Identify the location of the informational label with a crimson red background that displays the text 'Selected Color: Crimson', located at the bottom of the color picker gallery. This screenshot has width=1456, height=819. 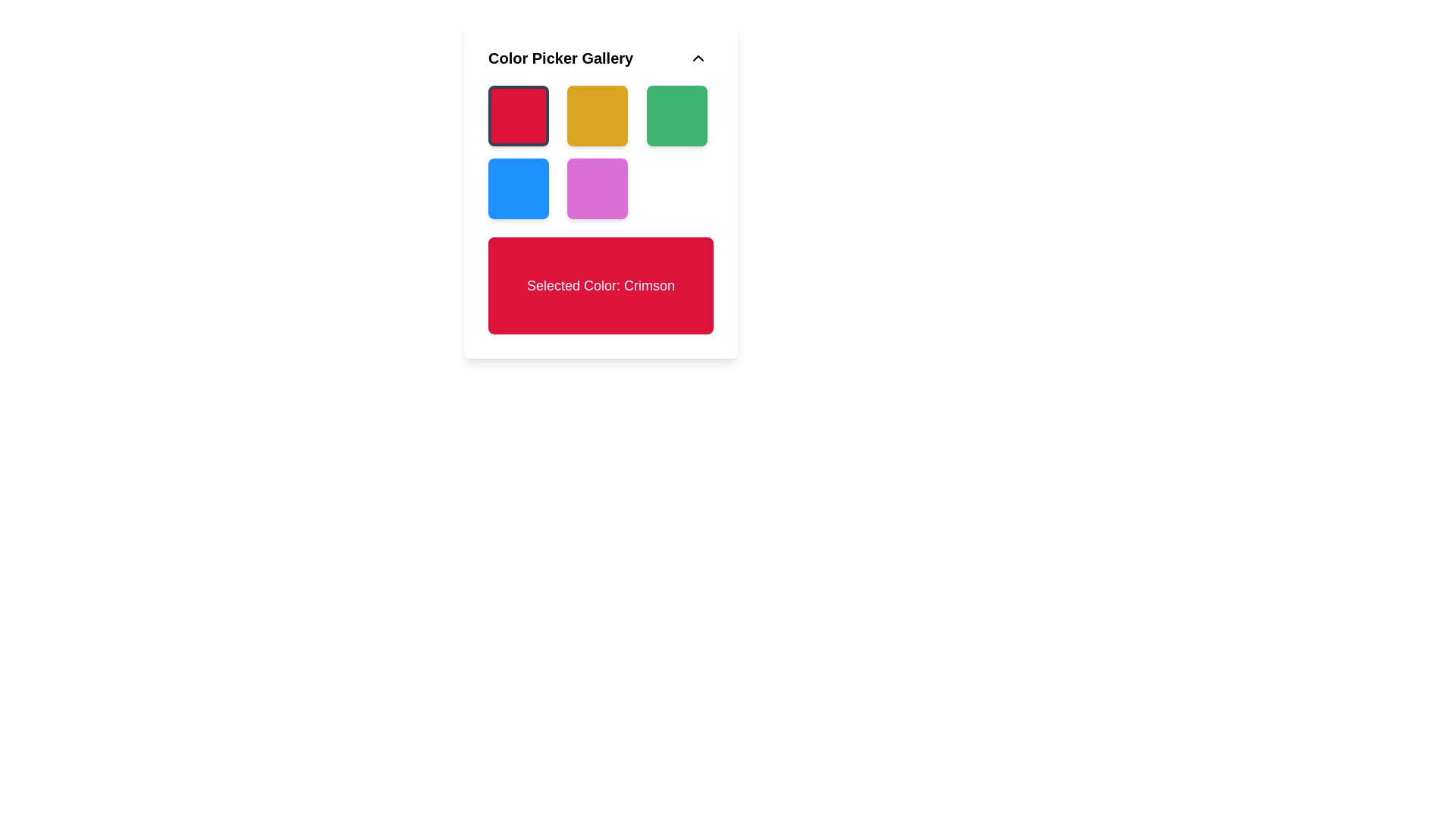
(600, 286).